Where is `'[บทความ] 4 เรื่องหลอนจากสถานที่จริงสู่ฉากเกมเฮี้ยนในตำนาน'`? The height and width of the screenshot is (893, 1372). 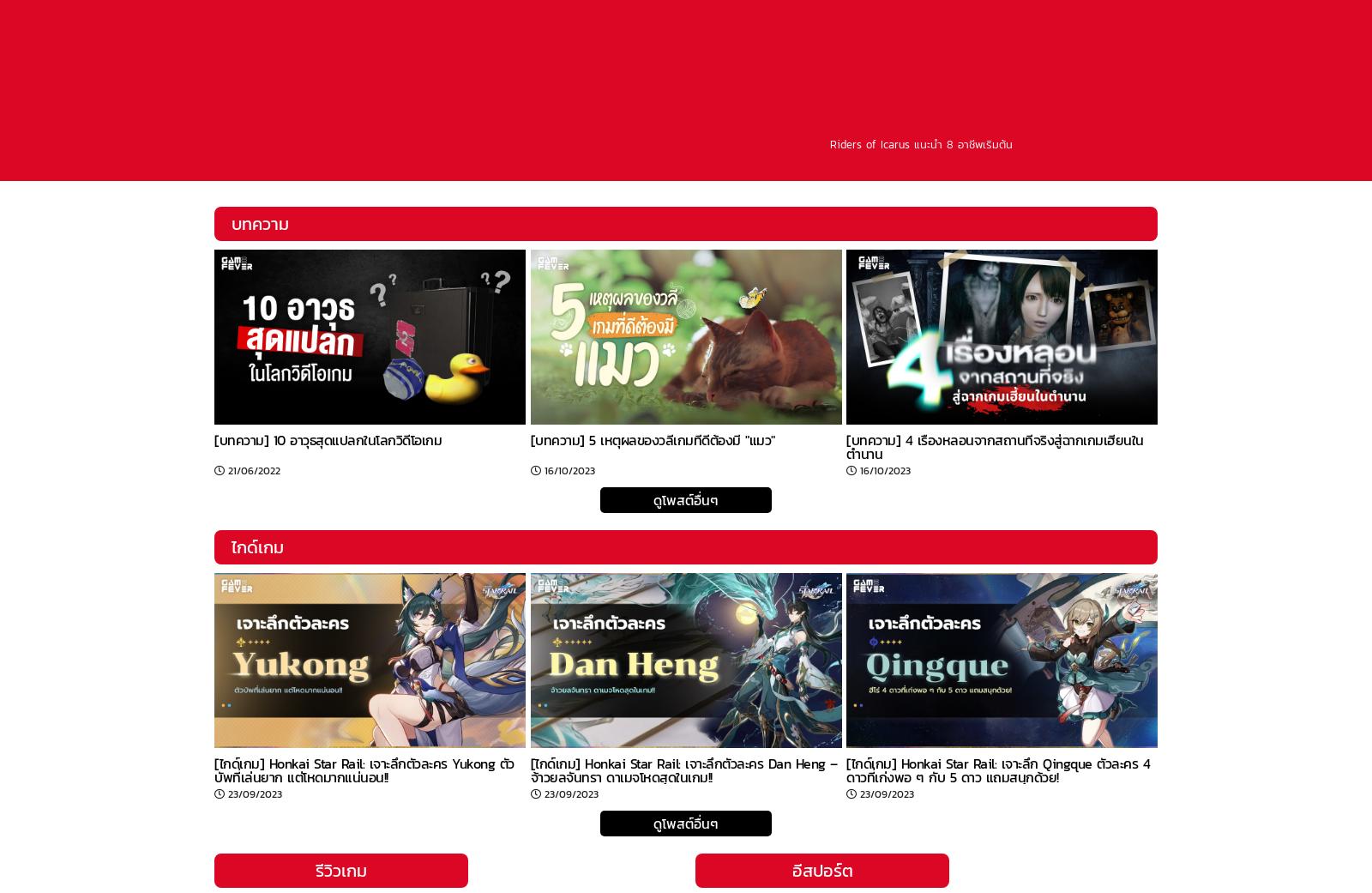
'[บทความ] 4 เรื่องหลอนจากสถานที่จริงสู่ฉากเกมเฮี้ยนในตำนาน' is located at coordinates (995, 446).